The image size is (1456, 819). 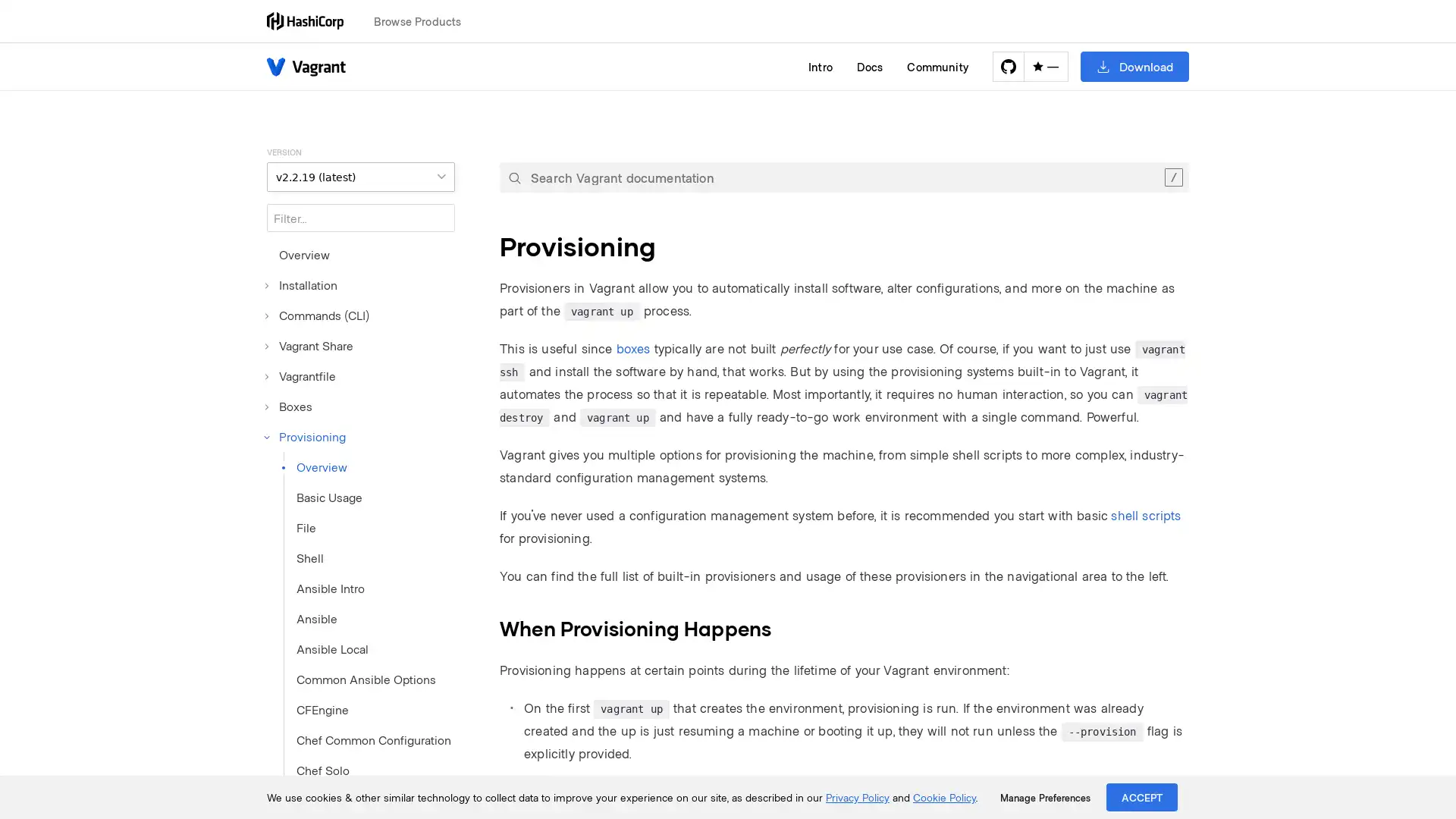 What do you see at coordinates (514, 177) in the screenshot?
I see `Submit your search query.` at bounding box center [514, 177].